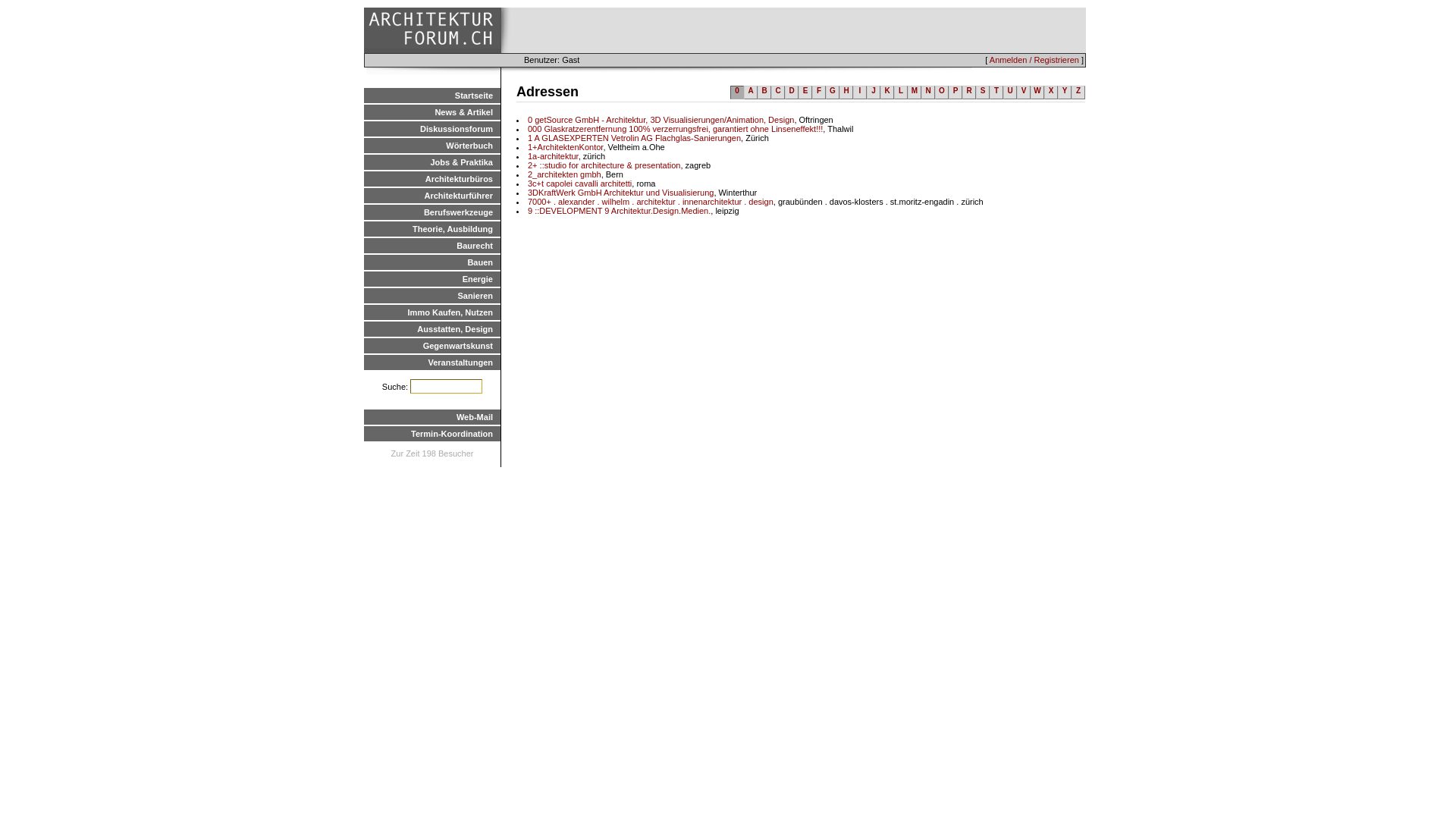 The width and height of the screenshot is (1456, 819). I want to click on 'Veranstaltungen', so click(364, 362).